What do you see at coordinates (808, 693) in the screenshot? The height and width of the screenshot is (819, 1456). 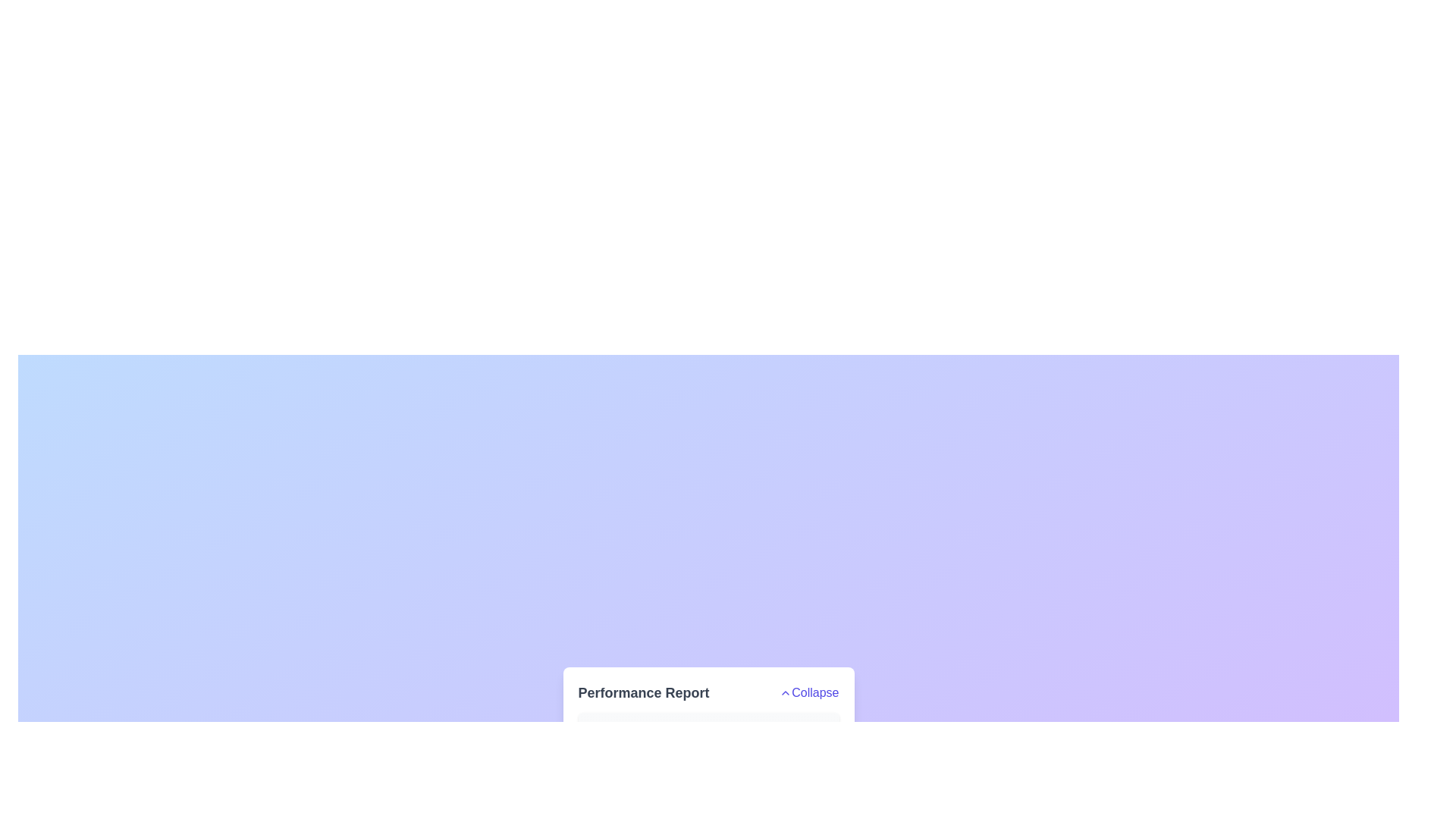 I see `the 'Collapse' button located on the right-hand side of the 'Performance Report' section` at bounding box center [808, 693].